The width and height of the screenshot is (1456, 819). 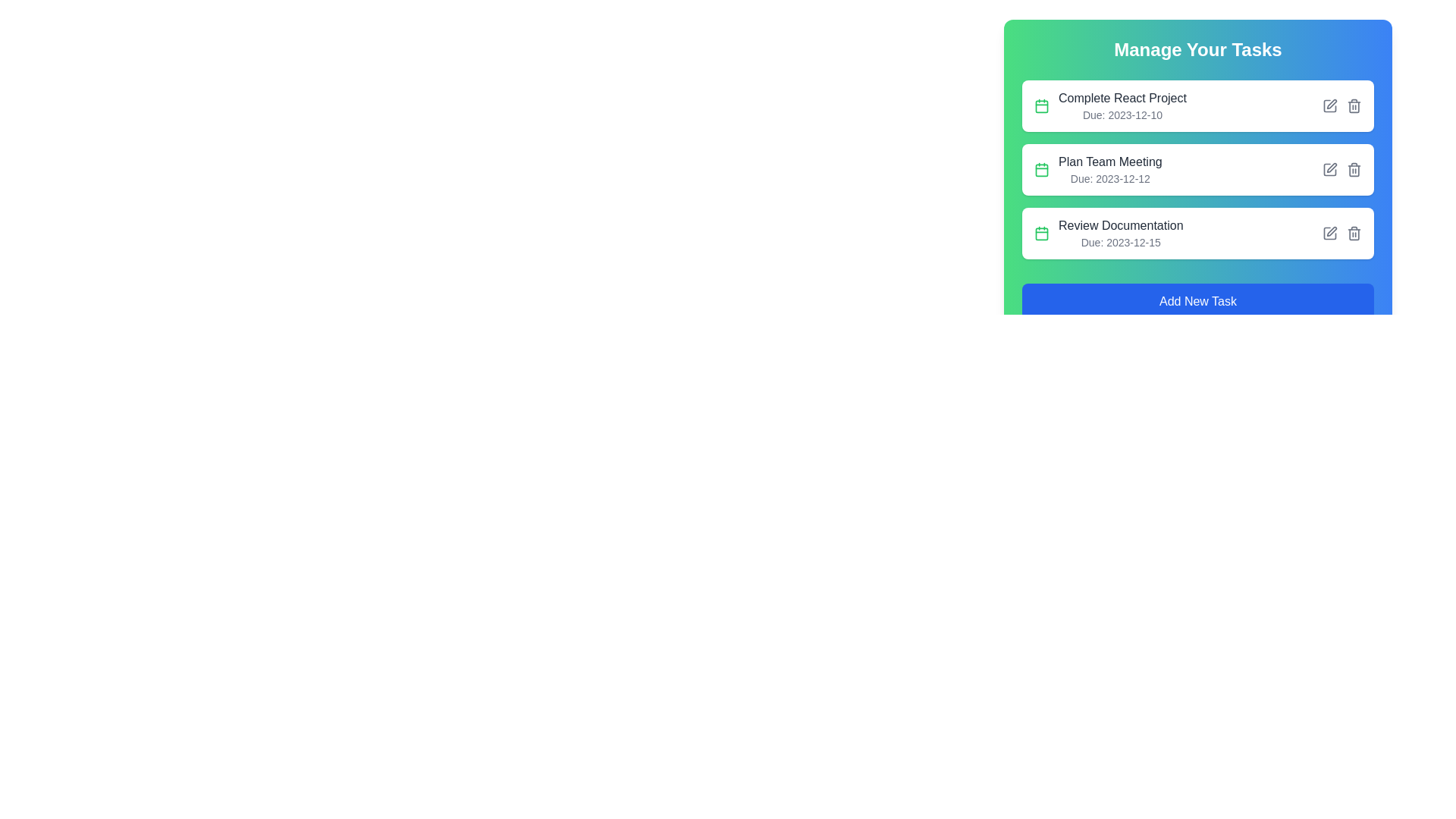 I want to click on the due date text label located beneath the 'Plan Team Meeting' text within the task card, so click(x=1110, y=177).